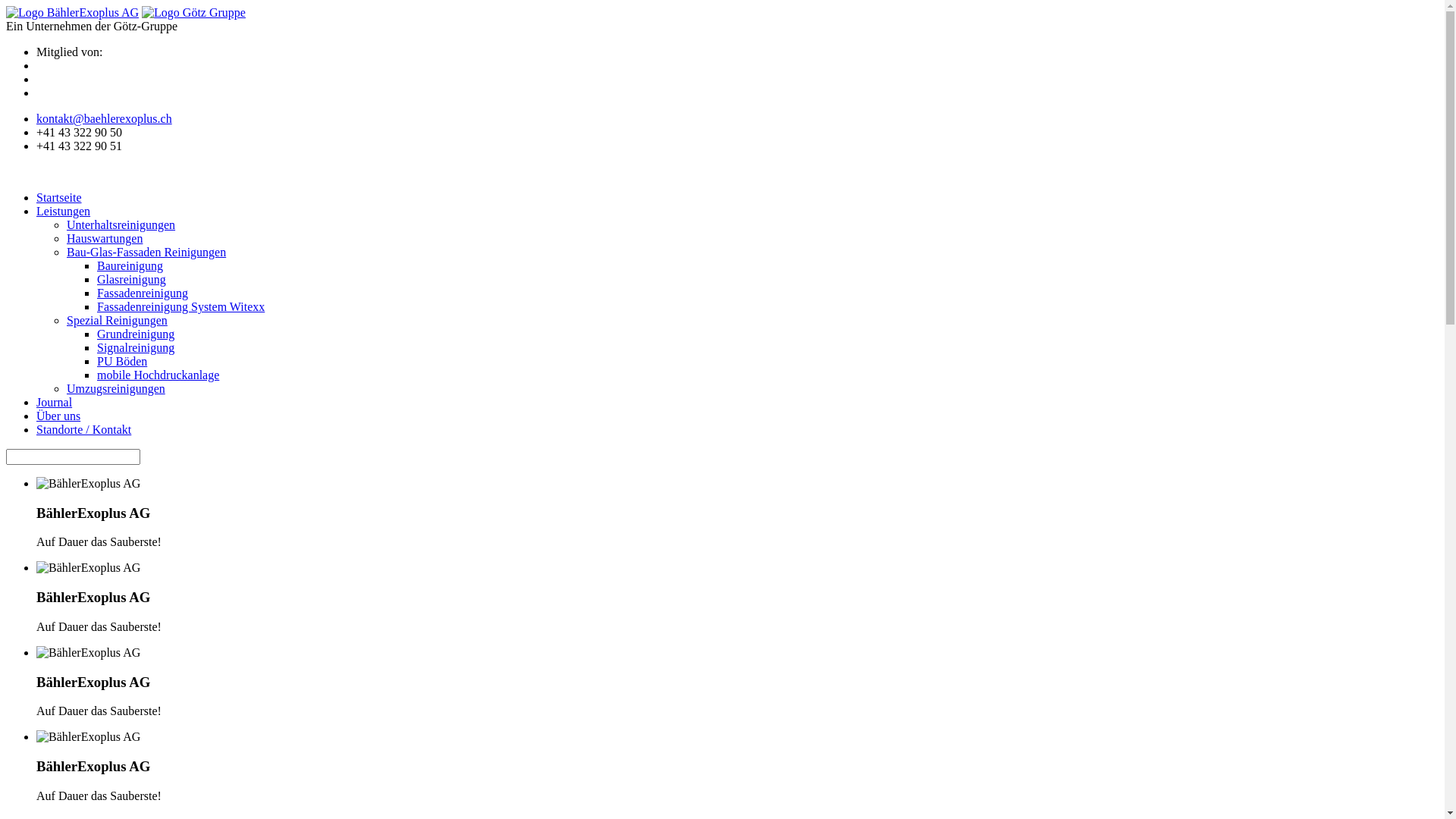 The width and height of the screenshot is (1456, 819). What do you see at coordinates (54, 401) in the screenshot?
I see `'Journal'` at bounding box center [54, 401].